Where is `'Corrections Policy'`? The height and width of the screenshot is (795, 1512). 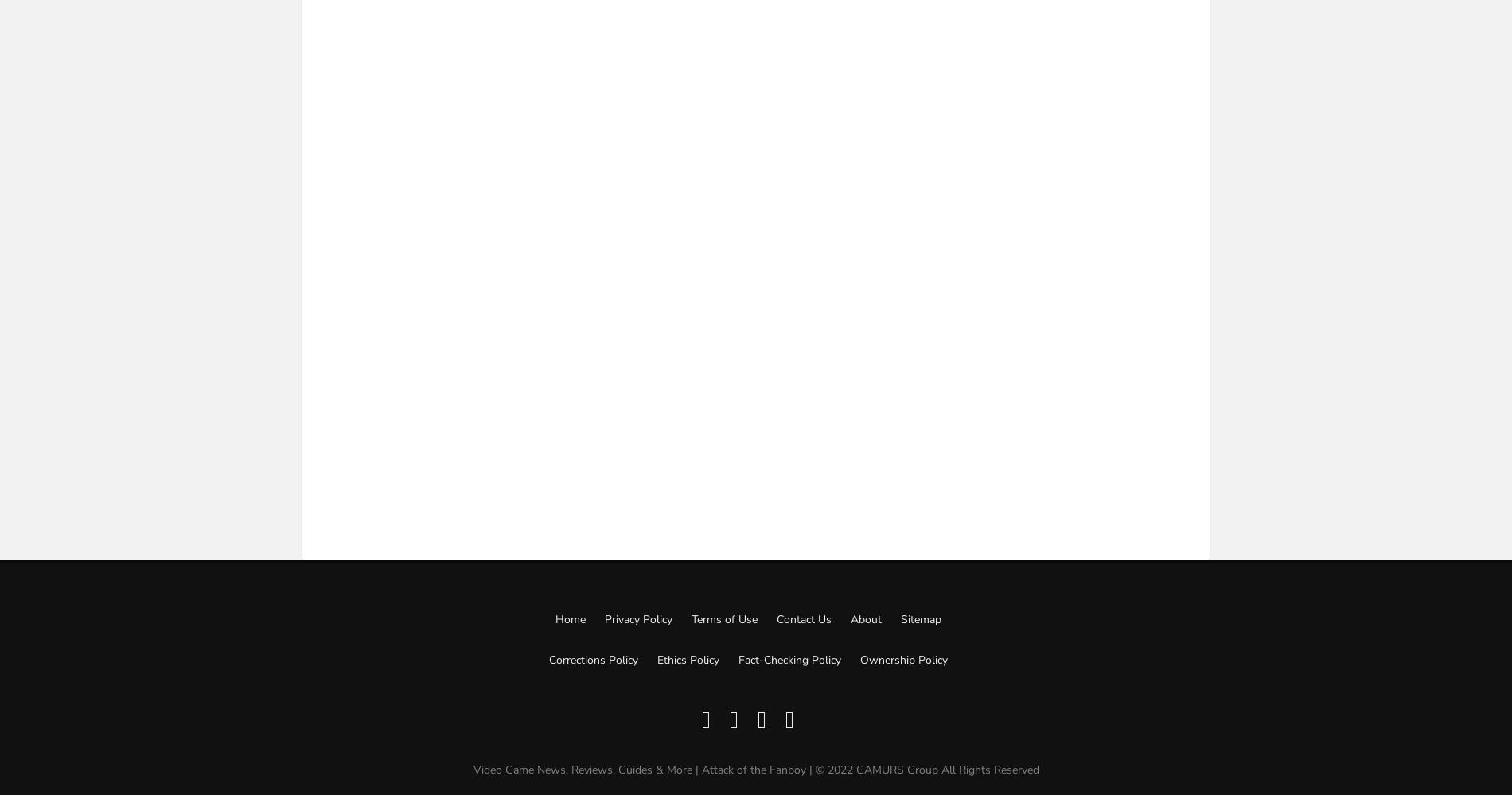
'Corrections Policy' is located at coordinates (591, 659).